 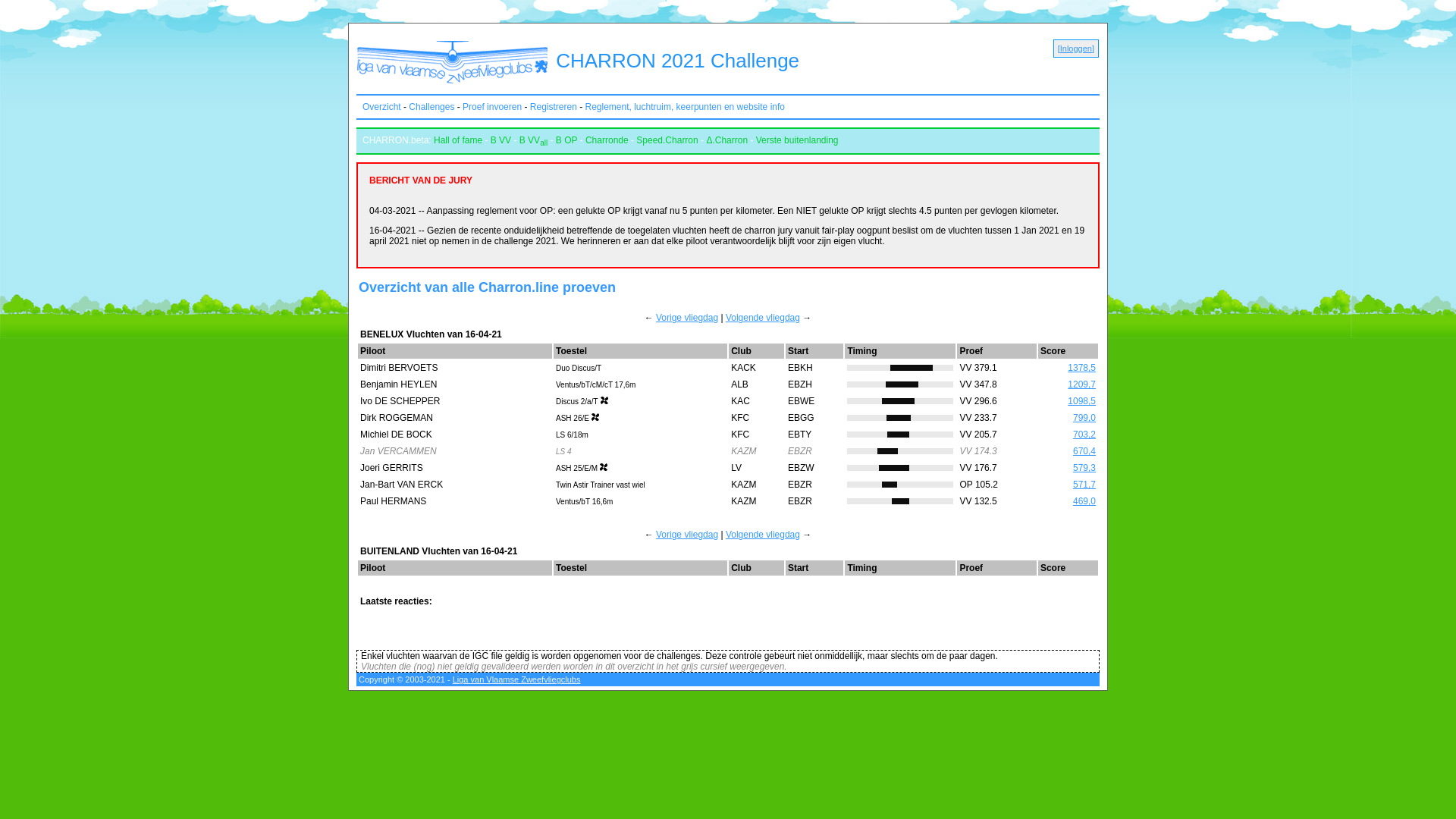 What do you see at coordinates (1059, 48) in the screenshot?
I see `'Inloggen'` at bounding box center [1059, 48].